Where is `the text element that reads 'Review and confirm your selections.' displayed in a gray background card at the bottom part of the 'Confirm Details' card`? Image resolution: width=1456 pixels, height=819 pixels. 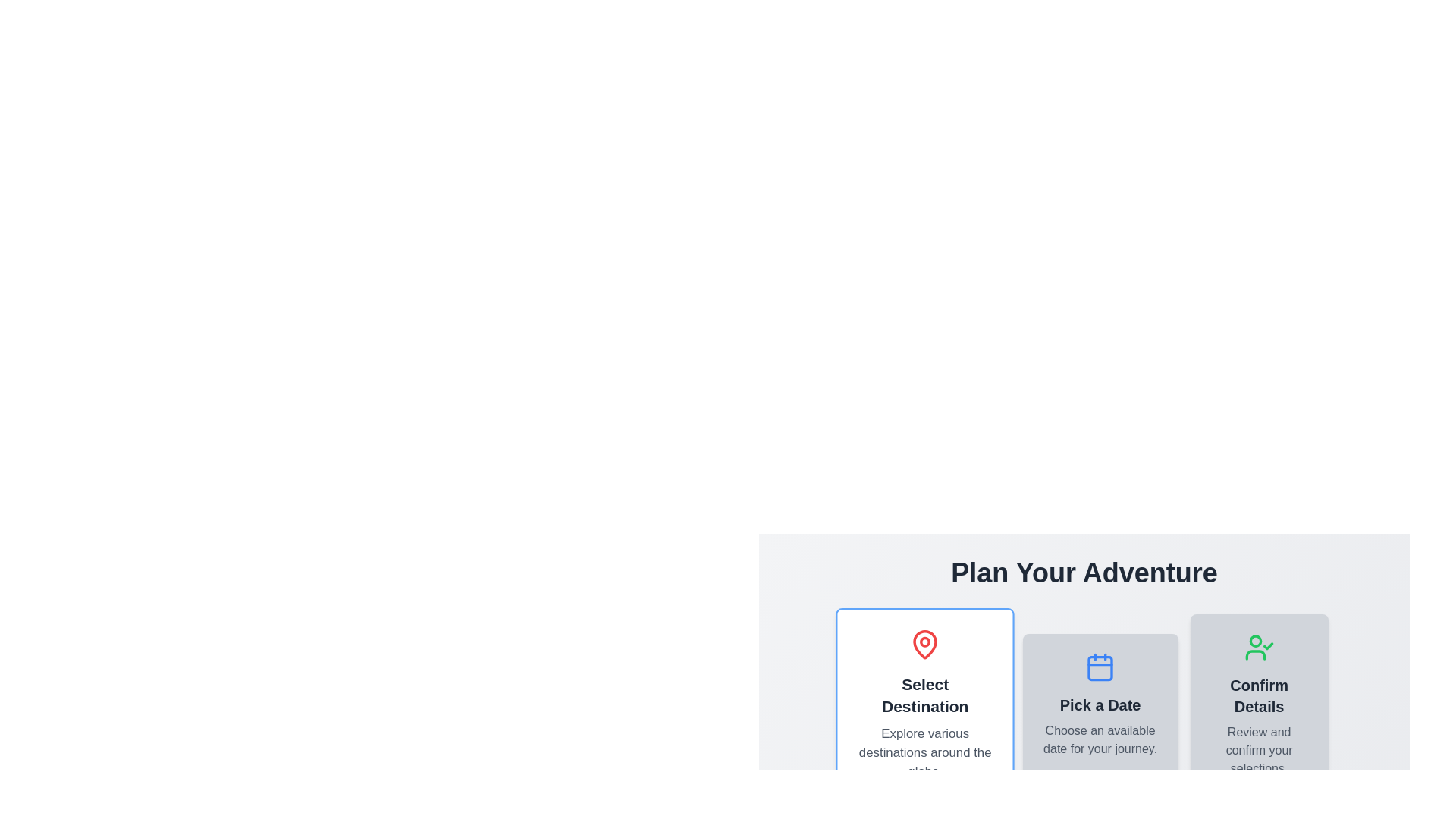
the text element that reads 'Review and confirm your selections.' displayed in a gray background card at the bottom part of the 'Confirm Details' card is located at coordinates (1259, 751).